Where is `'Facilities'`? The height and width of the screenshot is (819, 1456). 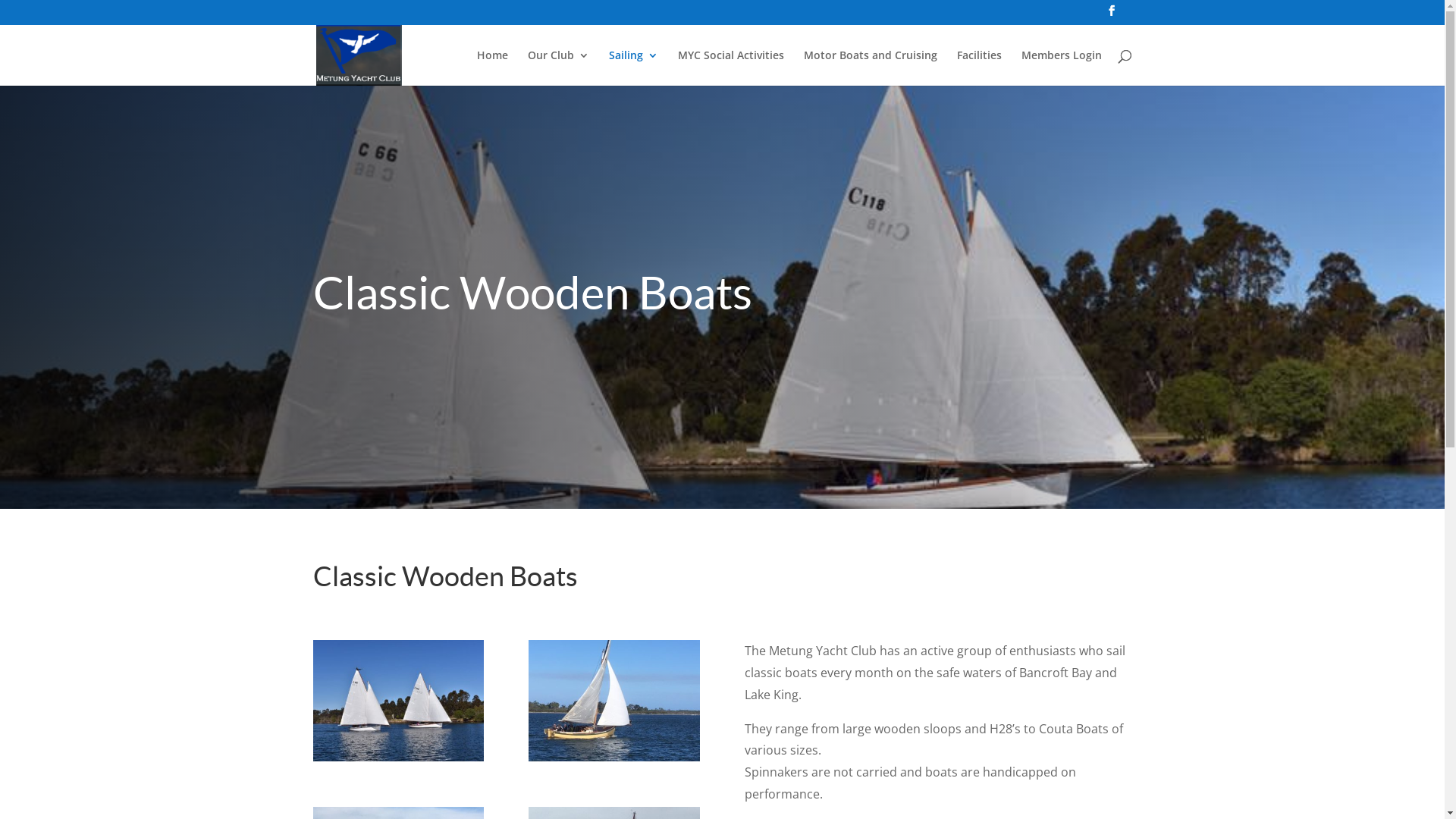 'Facilities' is located at coordinates (979, 67).